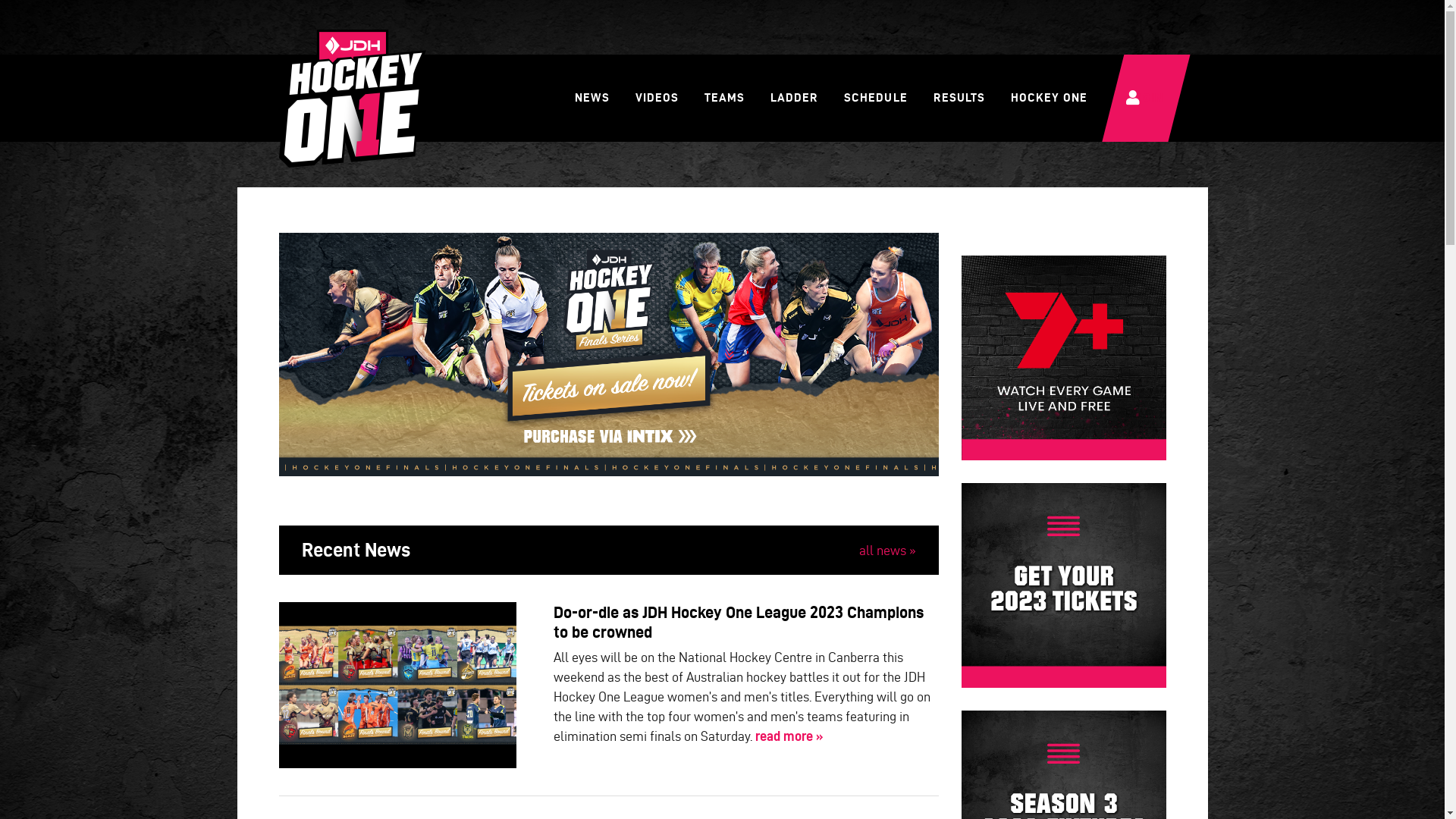 Image resolution: width=1456 pixels, height=819 pixels. What do you see at coordinates (1048, 98) in the screenshot?
I see `'HOCKEY ONE'` at bounding box center [1048, 98].